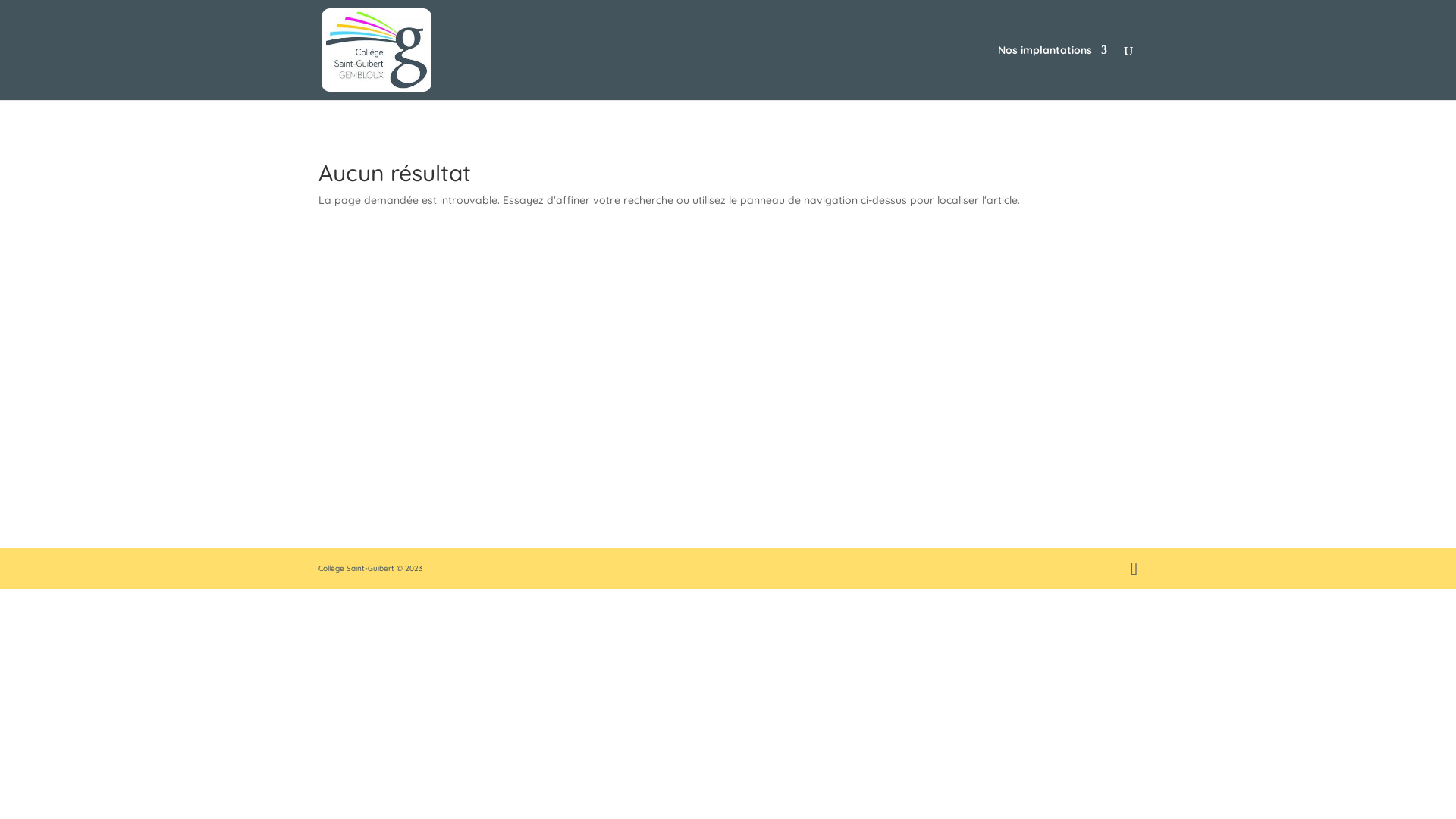  What do you see at coordinates (997, 72) in the screenshot?
I see `'Nos implantations'` at bounding box center [997, 72].